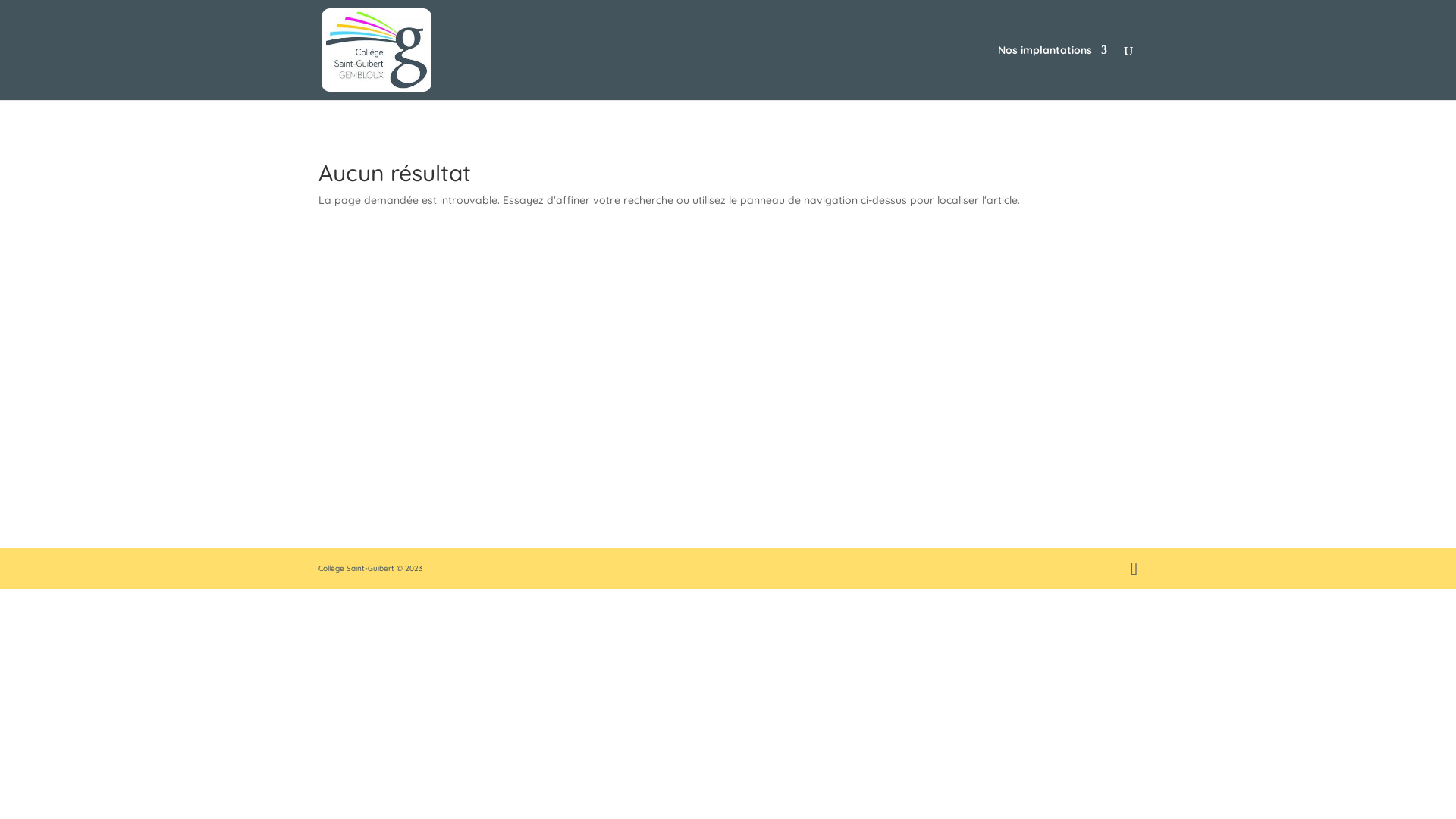  What do you see at coordinates (997, 72) in the screenshot?
I see `'Nos implantations'` at bounding box center [997, 72].